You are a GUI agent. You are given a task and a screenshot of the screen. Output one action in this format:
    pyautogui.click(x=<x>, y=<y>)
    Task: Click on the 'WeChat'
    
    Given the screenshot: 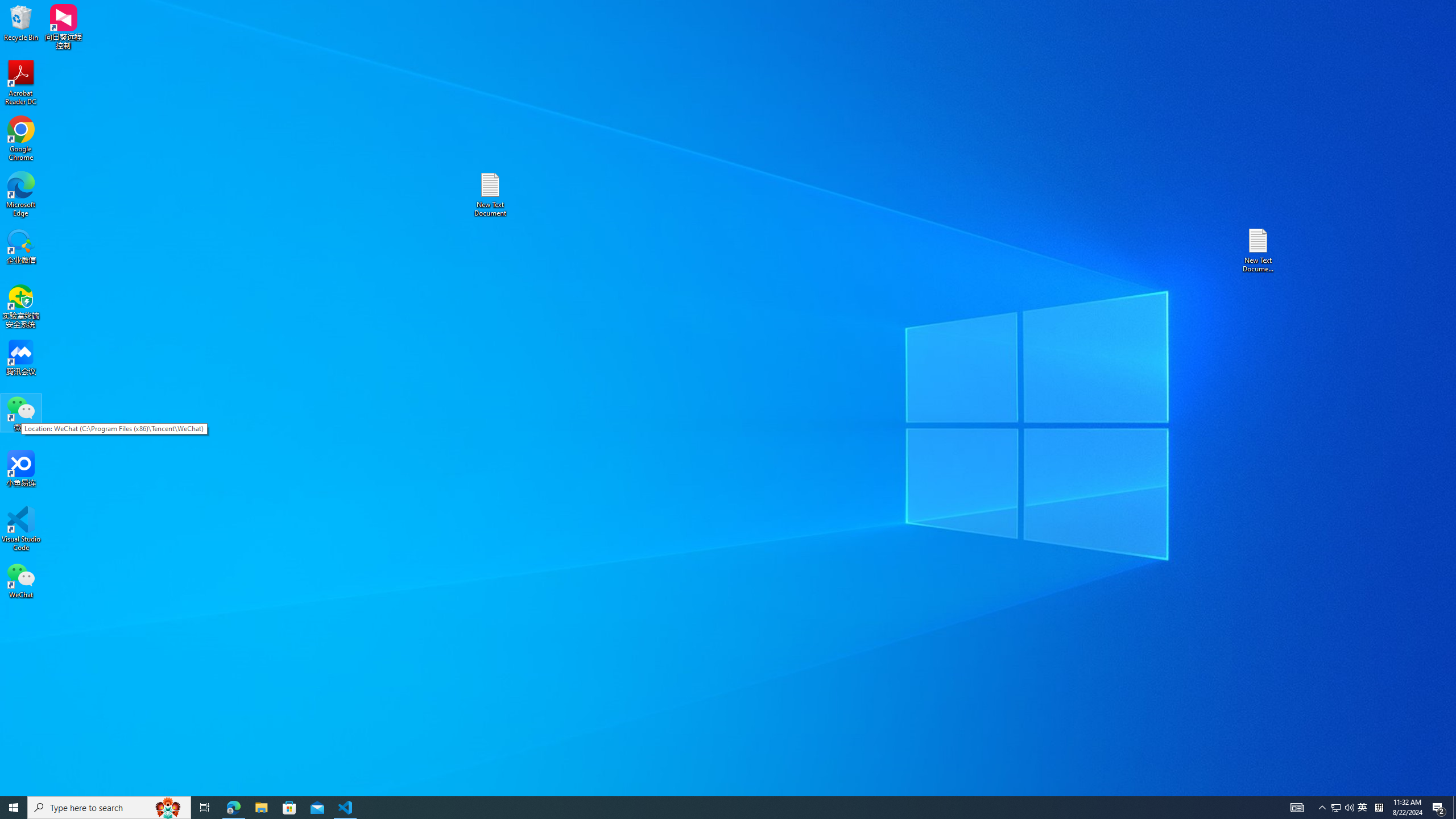 What is the action you would take?
    pyautogui.click(x=20, y=580)
    